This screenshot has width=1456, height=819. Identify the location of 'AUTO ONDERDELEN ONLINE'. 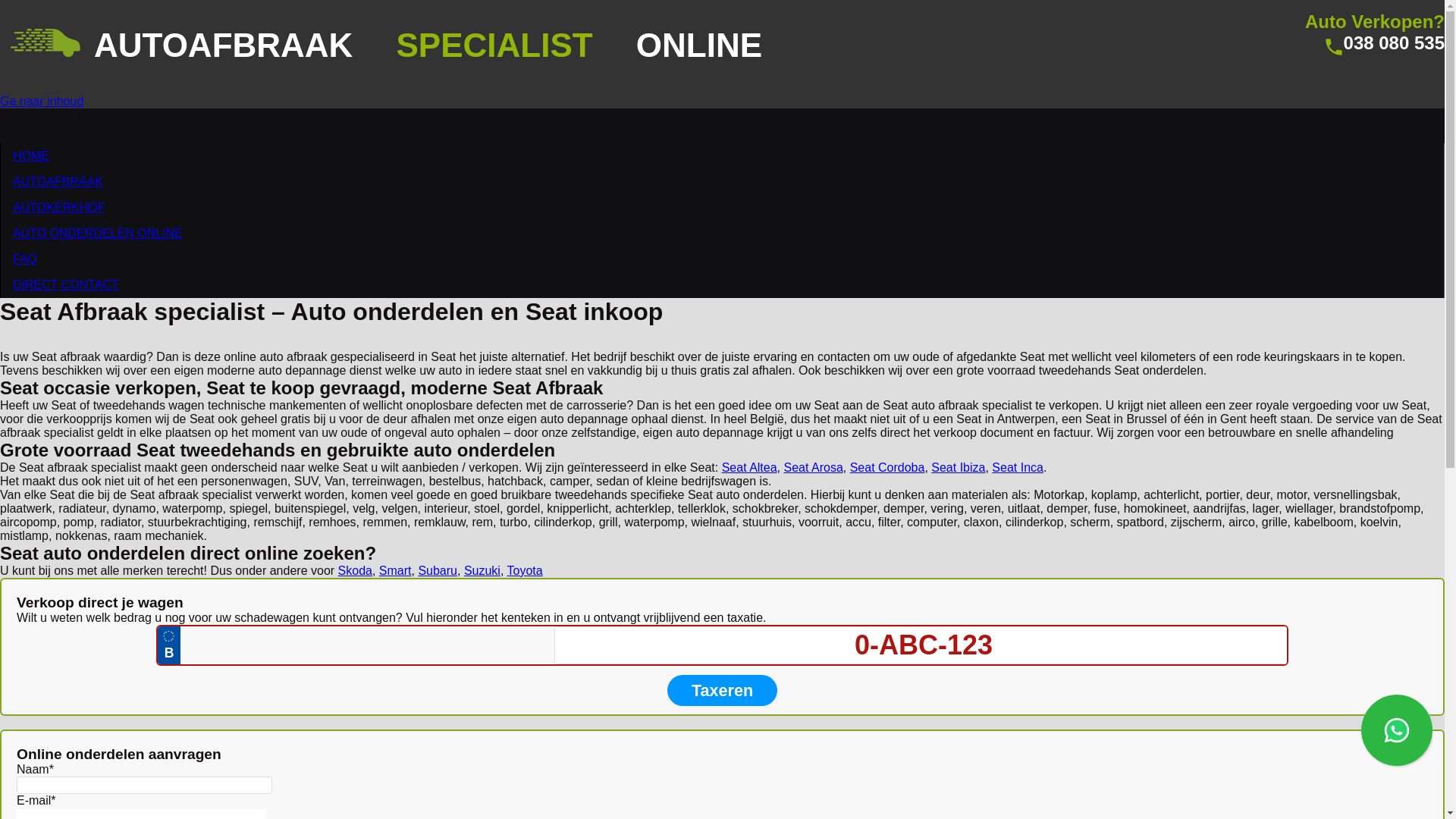
(97, 233).